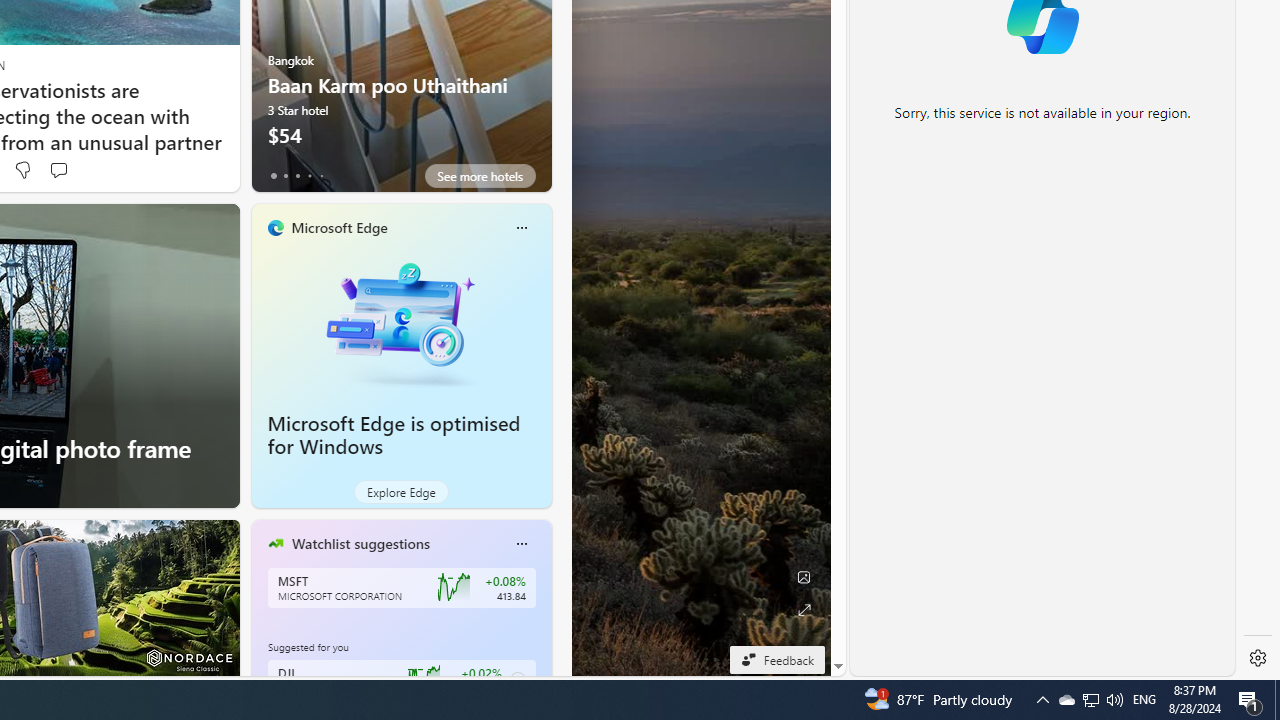  Describe the element at coordinates (803, 609) in the screenshot. I see `'Expand background'` at that location.